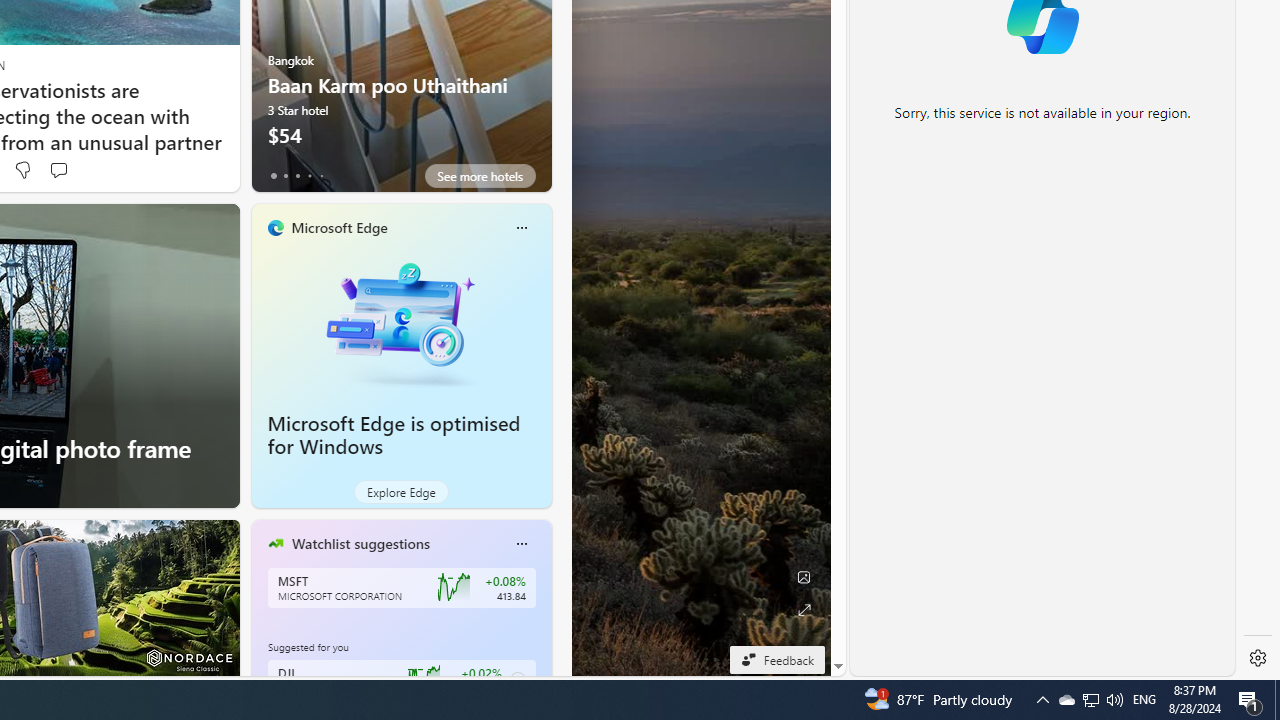  Describe the element at coordinates (803, 609) in the screenshot. I see `'Expand background'` at that location.